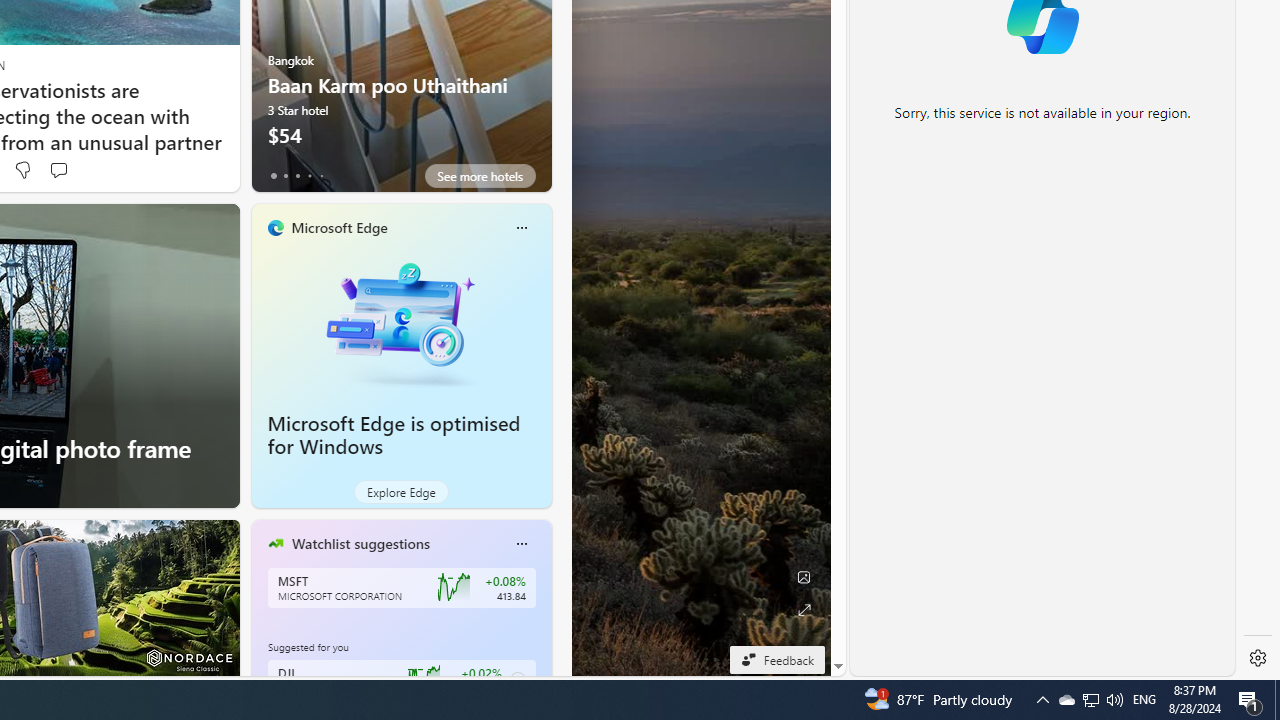  Describe the element at coordinates (803, 609) in the screenshot. I see `'Expand background'` at that location.